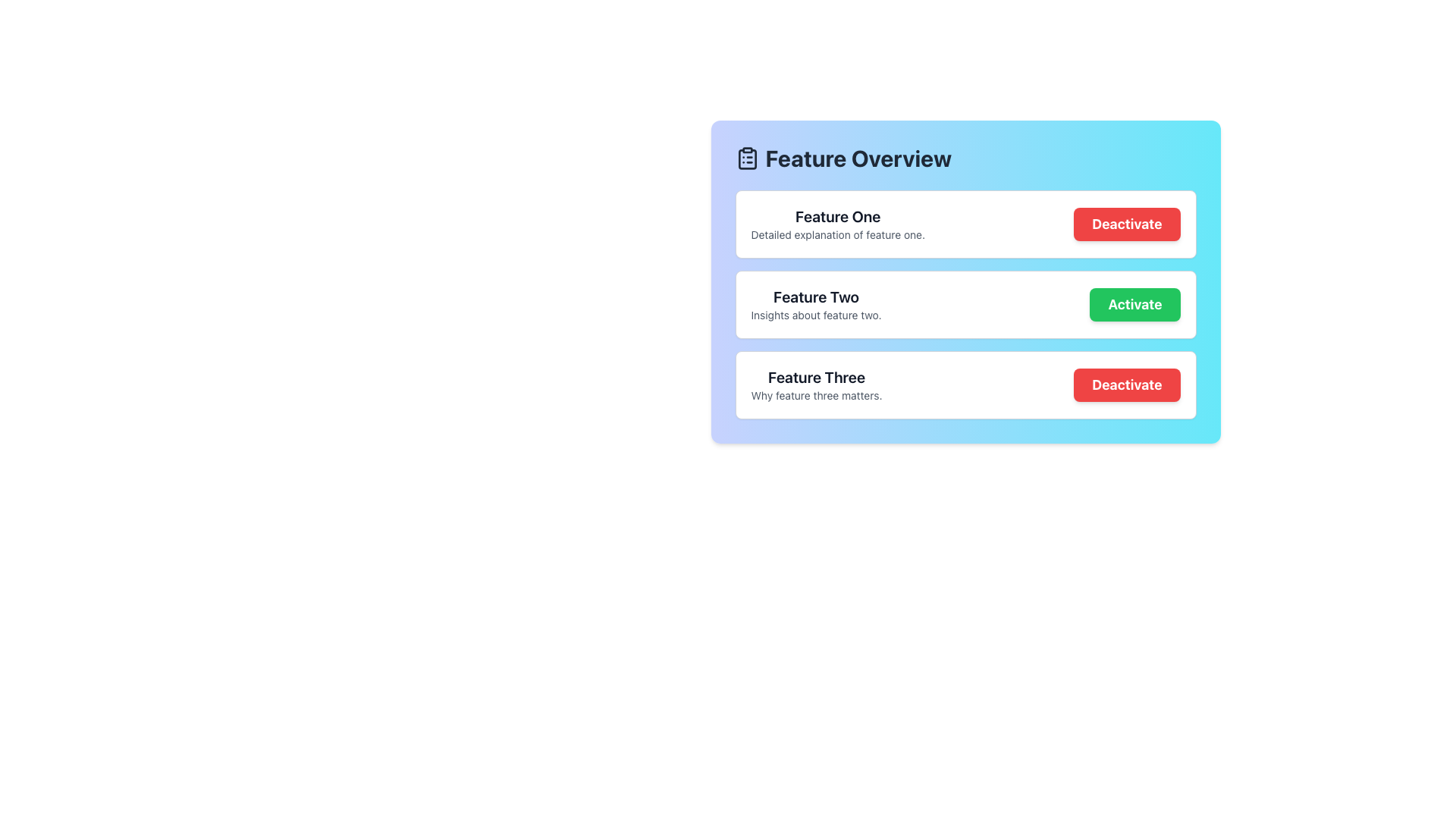 The height and width of the screenshot is (819, 1456). I want to click on the clipboard icon located immediately to the left of the 'Feature Overview' text for additional actions, so click(747, 158).